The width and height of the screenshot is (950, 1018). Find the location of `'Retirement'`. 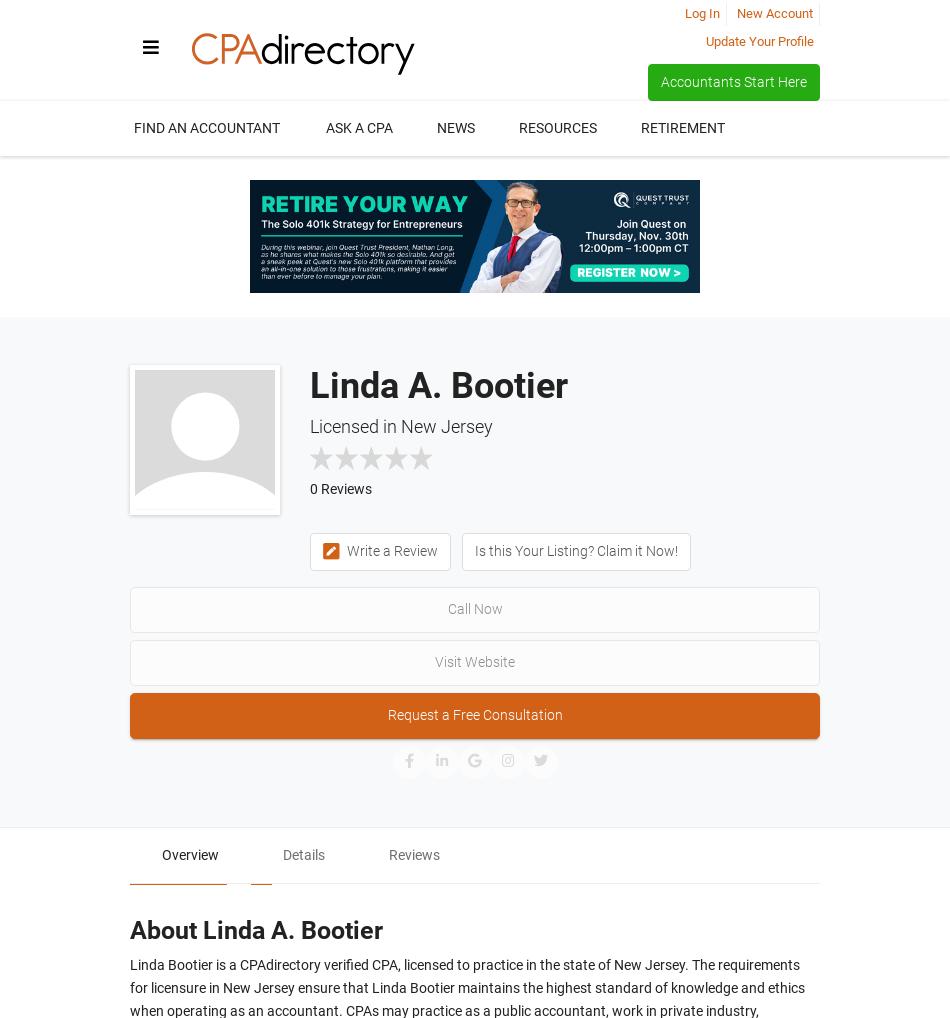

'Retirement' is located at coordinates (682, 127).